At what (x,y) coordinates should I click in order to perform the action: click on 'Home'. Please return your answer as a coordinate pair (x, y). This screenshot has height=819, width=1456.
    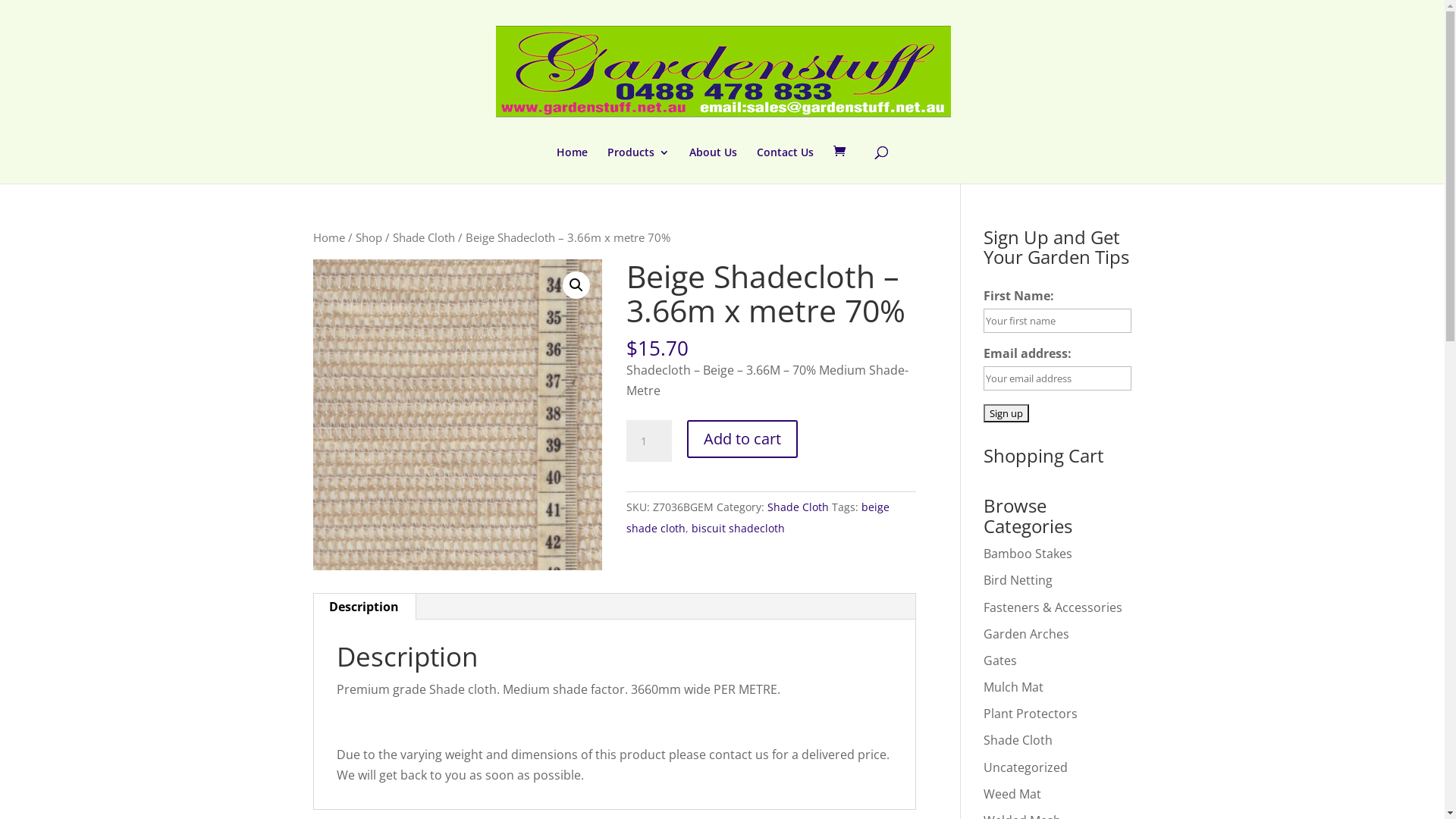
    Looking at the image, I should click on (327, 237).